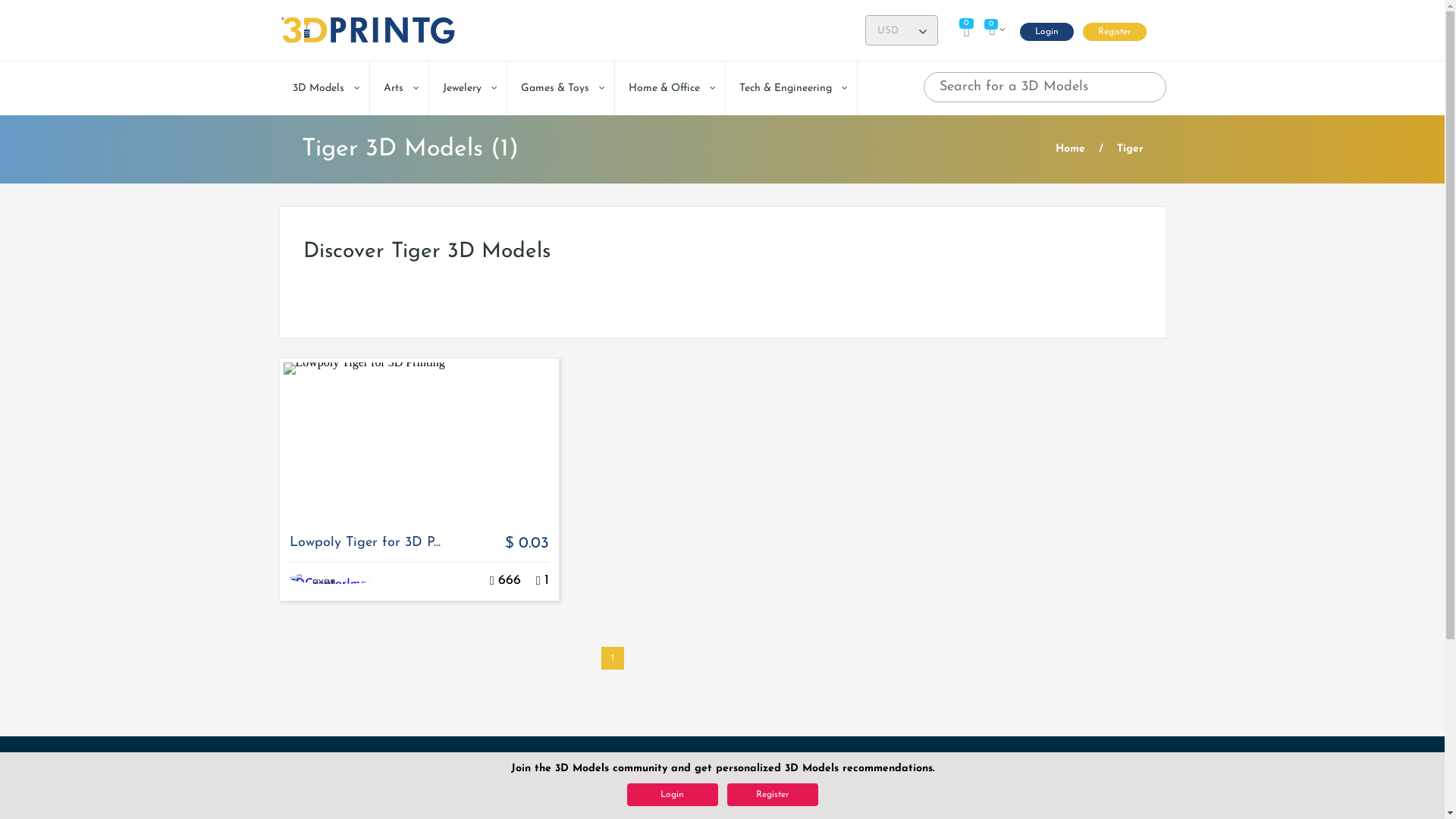 The image size is (1456, 819). Describe the element at coordinates (419, 440) in the screenshot. I see `'Lowpoly Tiger for 3D Printing'` at that location.